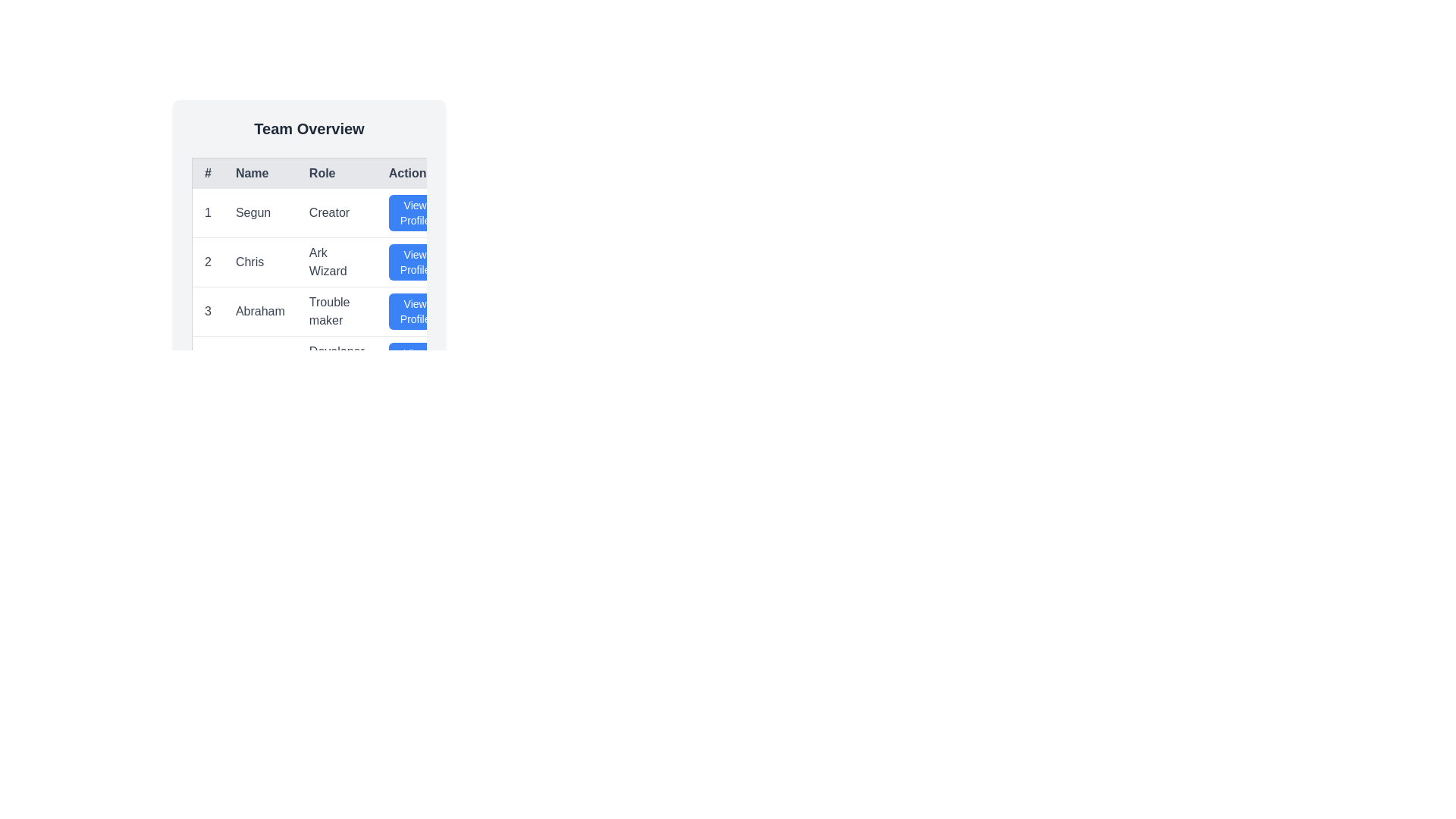 The width and height of the screenshot is (1456, 819). What do you see at coordinates (260, 172) in the screenshot?
I see `the 'Name' text label displayed in medium-sized, bold, black font within the second cell of the header row of the table layout` at bounding box center [260, 172].